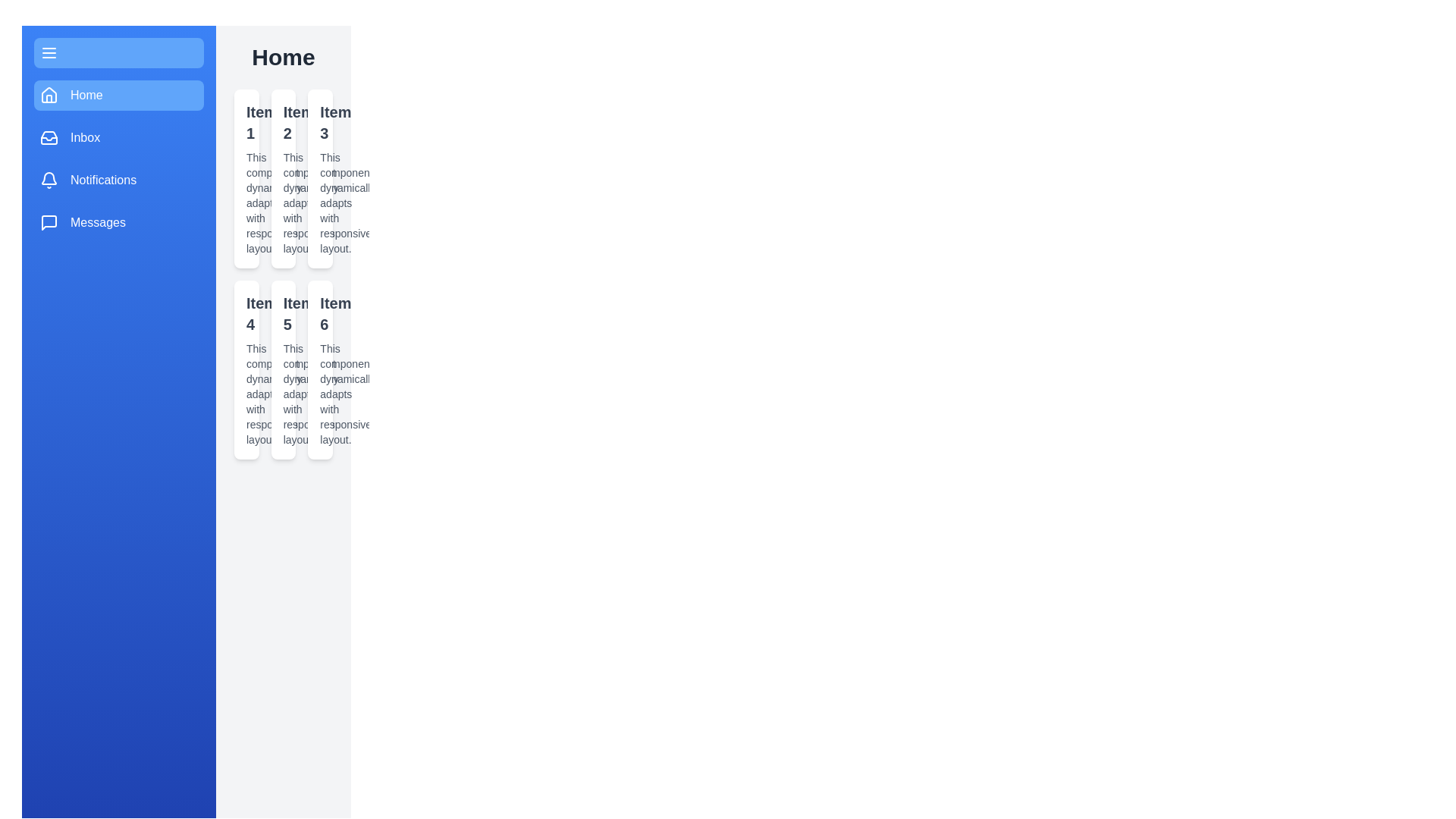 The image size is (1456, 819). What do you see at coordinates (246, 177) in the screenshot?
I see `the card that serves as a visual grouping of title and description information, located at the top-left corner of the grid layout` at bounding box center [246, 177].